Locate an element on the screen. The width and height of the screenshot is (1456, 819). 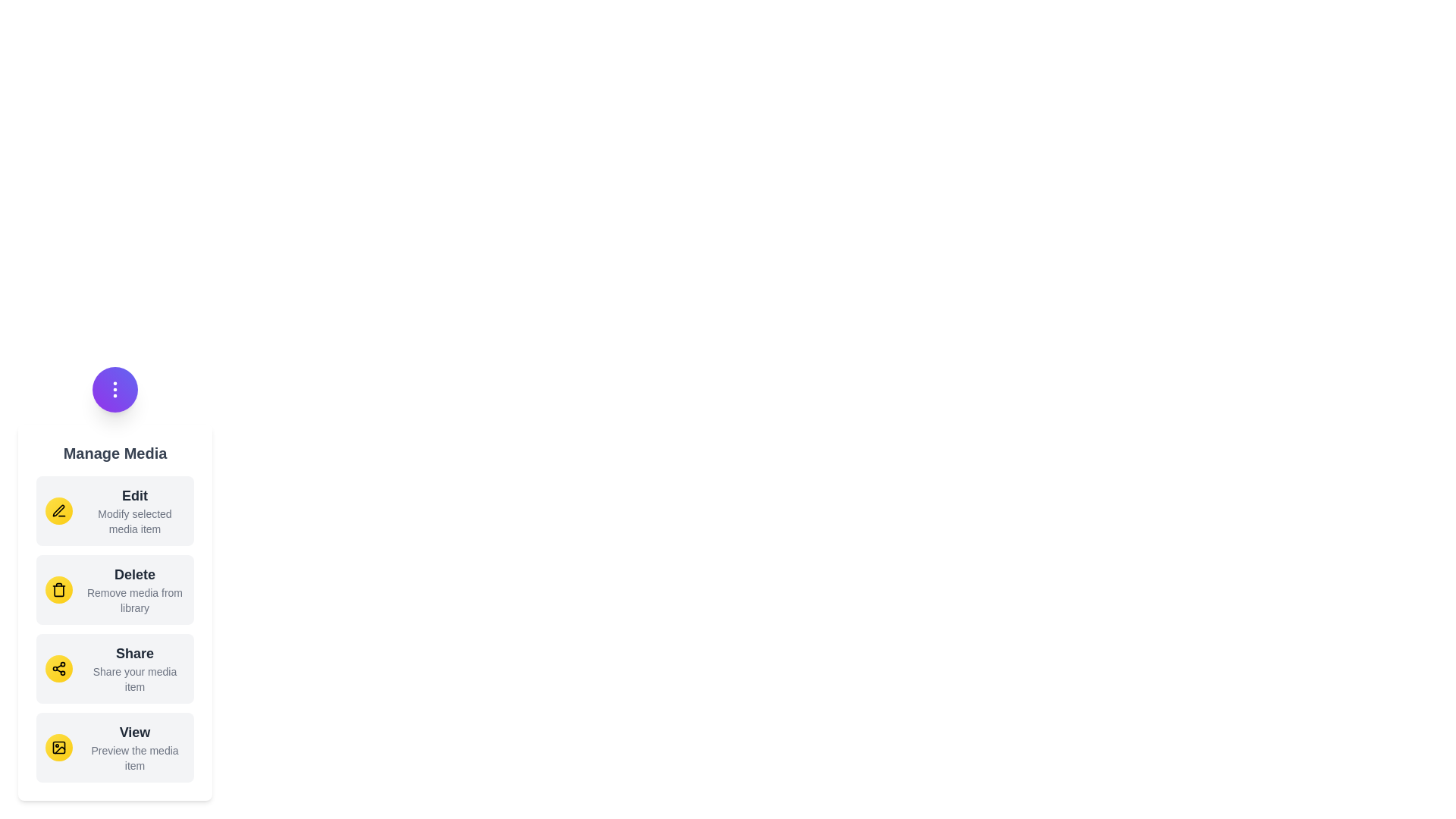
the purple button to toggle the action menu is located at coordinates (115, 388).